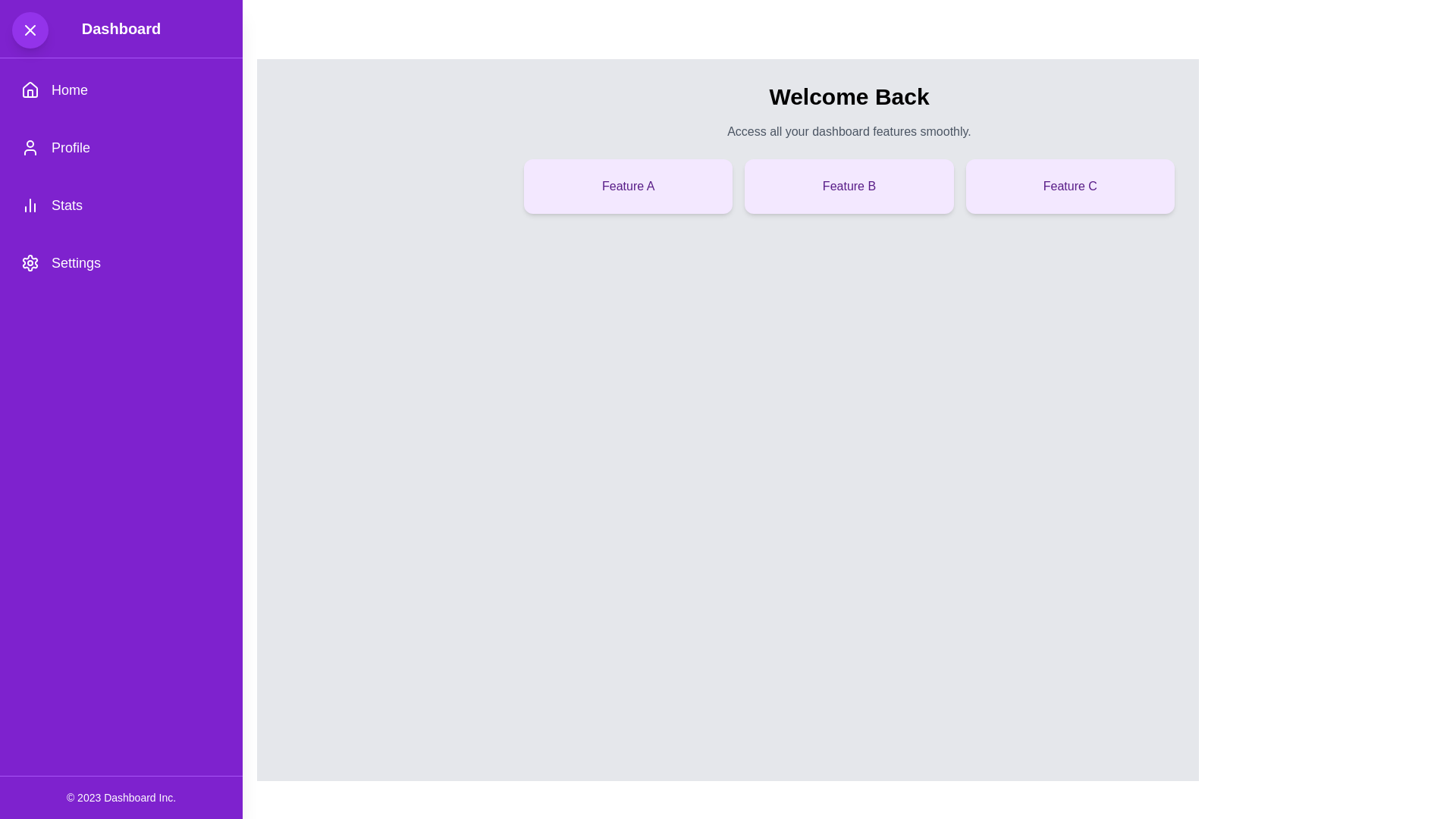 Image resolution: width=1456 pixels, height=819 pixels. What do you see at coordinates (30, 30) in the screenshot?
I see `the close icon located near the top of the sidebar adjacent to the text 'Dashboard'` at bounding box center [30, 30].